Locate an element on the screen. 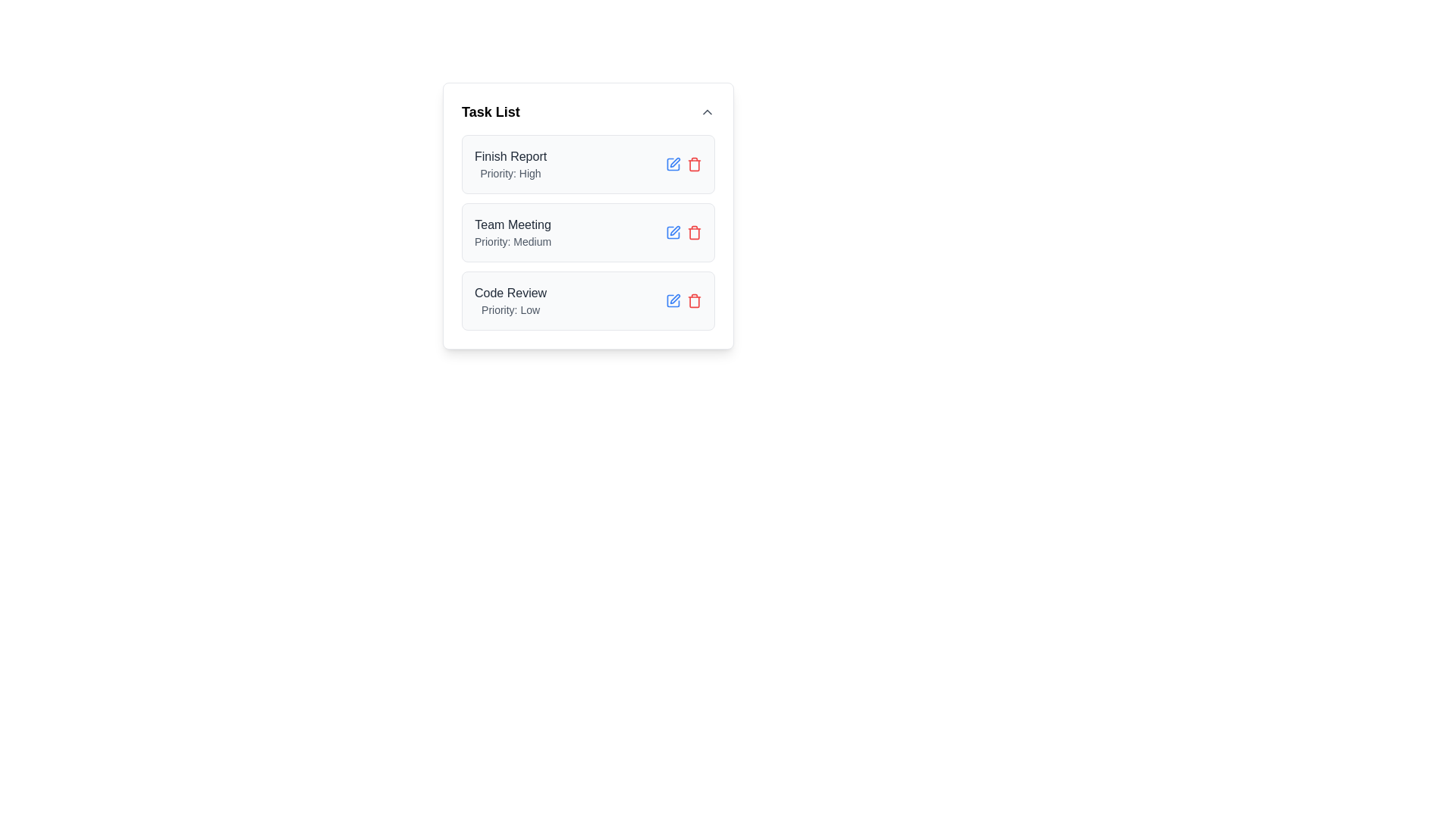  the red trash bin icon for delete function, located beside the blue edit icon in the action icons row for the 'Code Review' task is located at coordinates (694, 301).